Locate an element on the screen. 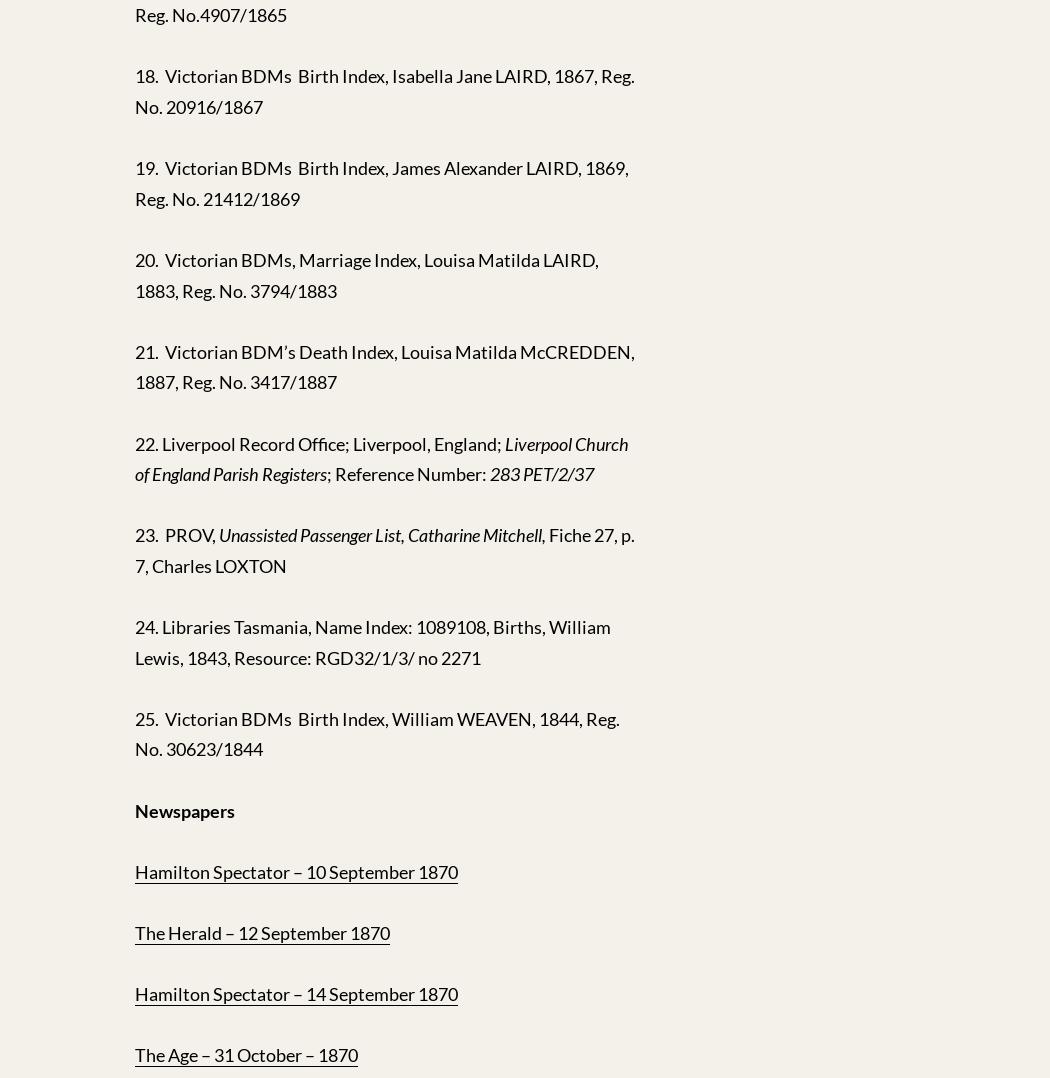 The height and width of the screenshot is (1078, 1050). 'Fiche 27, p. 7, Charles LOXTON' is located at coordinates (385, 548).